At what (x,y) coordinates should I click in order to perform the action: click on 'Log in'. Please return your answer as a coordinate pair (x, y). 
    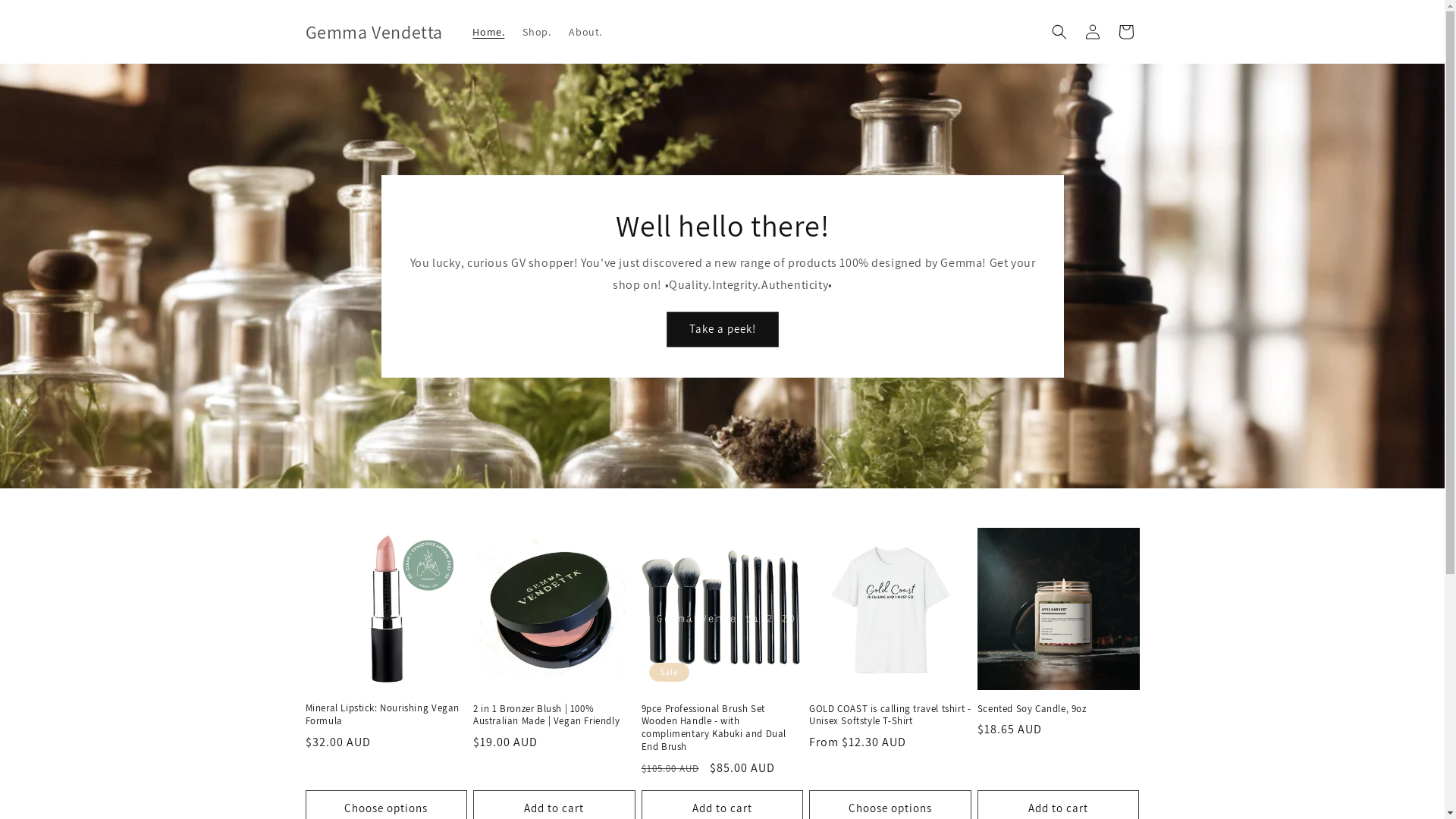
    Looking at the image, I should click on (1092, 32).